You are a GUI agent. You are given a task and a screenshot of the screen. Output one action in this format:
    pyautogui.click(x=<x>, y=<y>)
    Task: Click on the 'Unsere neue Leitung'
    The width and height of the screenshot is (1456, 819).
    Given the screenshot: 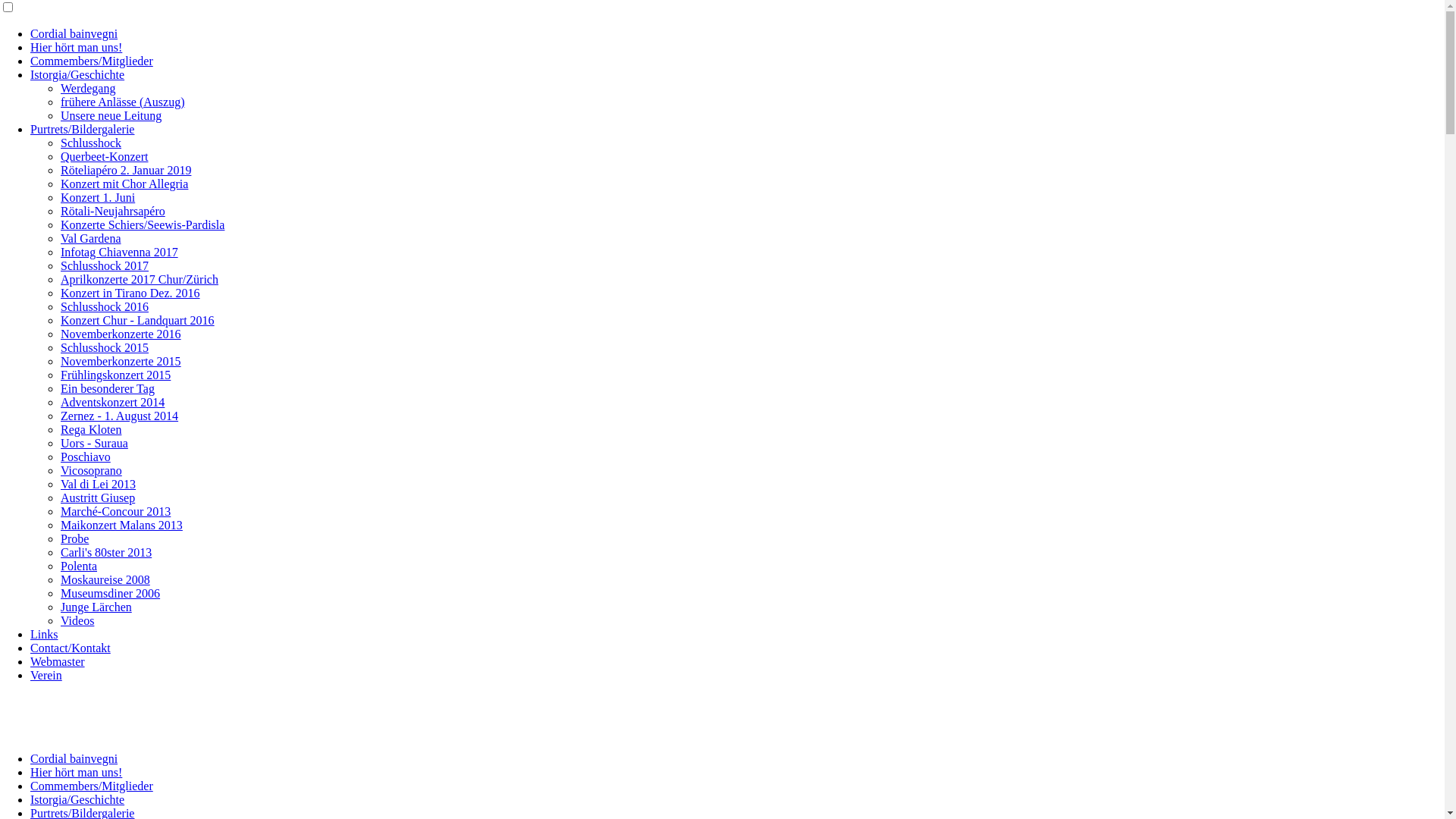 What is the action you would take?
    pyautogui.click(x=110, y=115)
    